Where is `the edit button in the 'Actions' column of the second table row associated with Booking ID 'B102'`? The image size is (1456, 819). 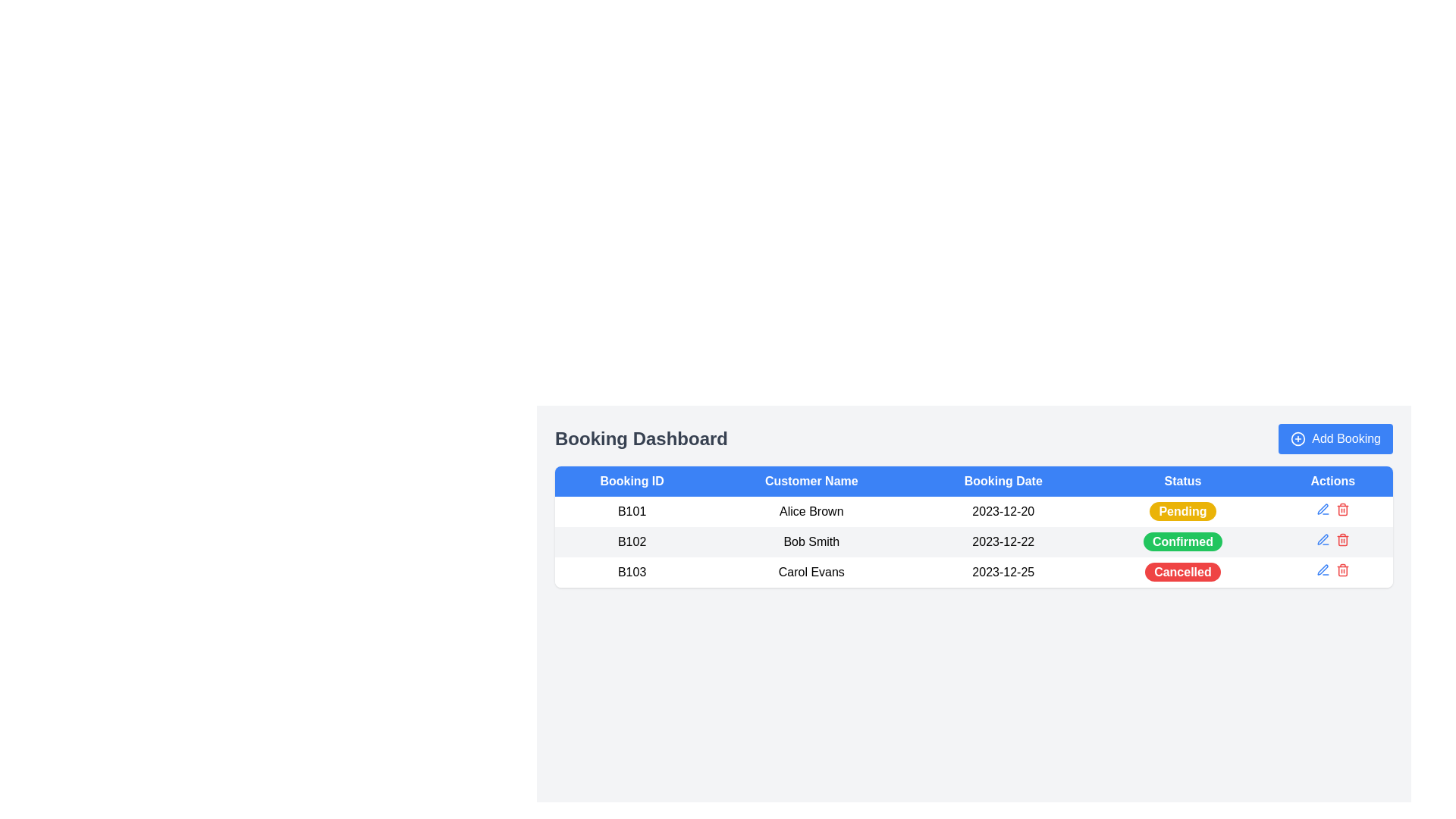
the edit button in the 'Actions' column of the second table row associated with Booking ID 'B102' is located at coordinates (1322, 539).